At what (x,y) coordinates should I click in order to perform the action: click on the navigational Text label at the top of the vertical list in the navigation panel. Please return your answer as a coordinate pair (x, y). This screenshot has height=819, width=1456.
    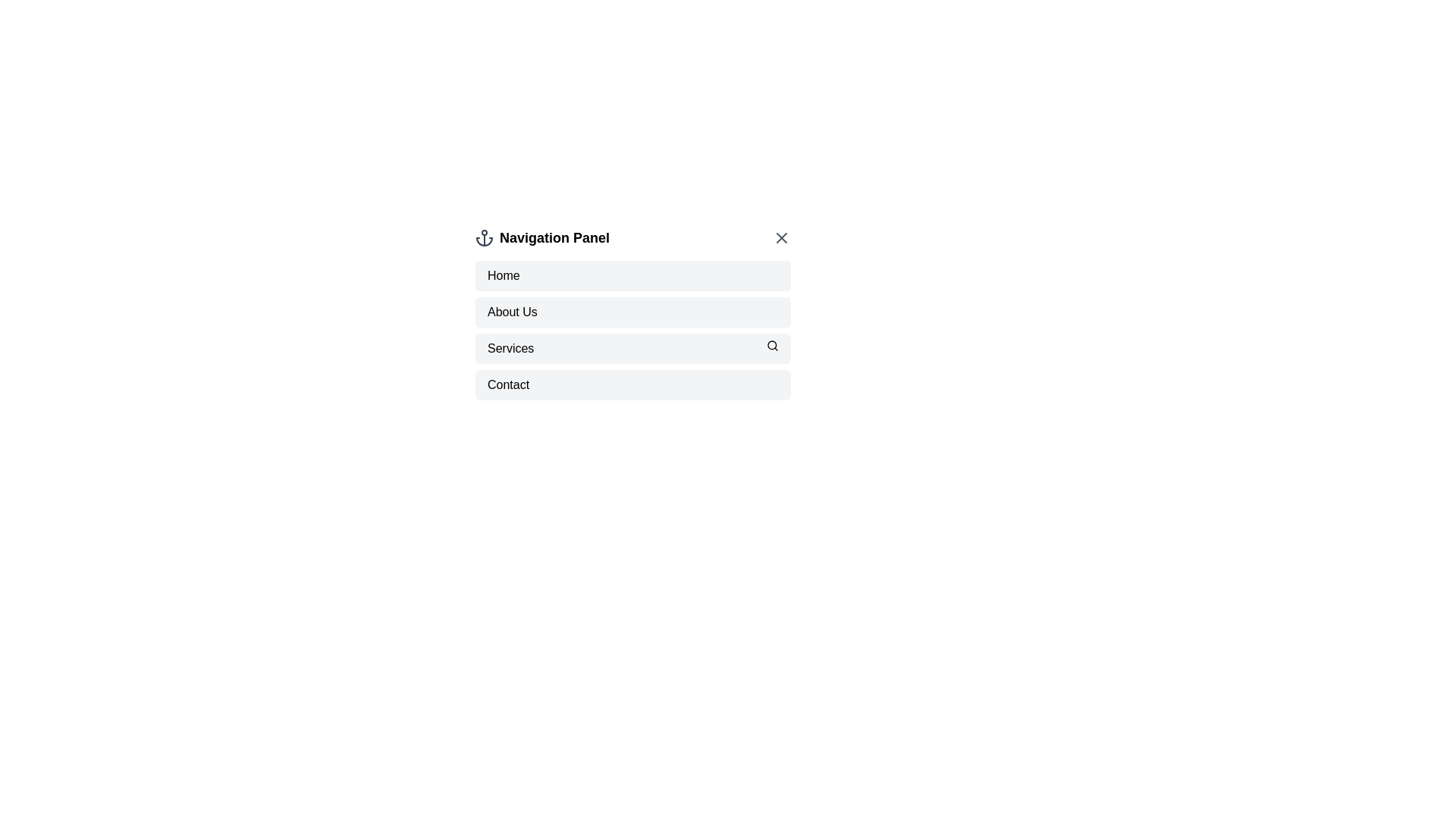
    Looking at the image, I should click on (504, 275).